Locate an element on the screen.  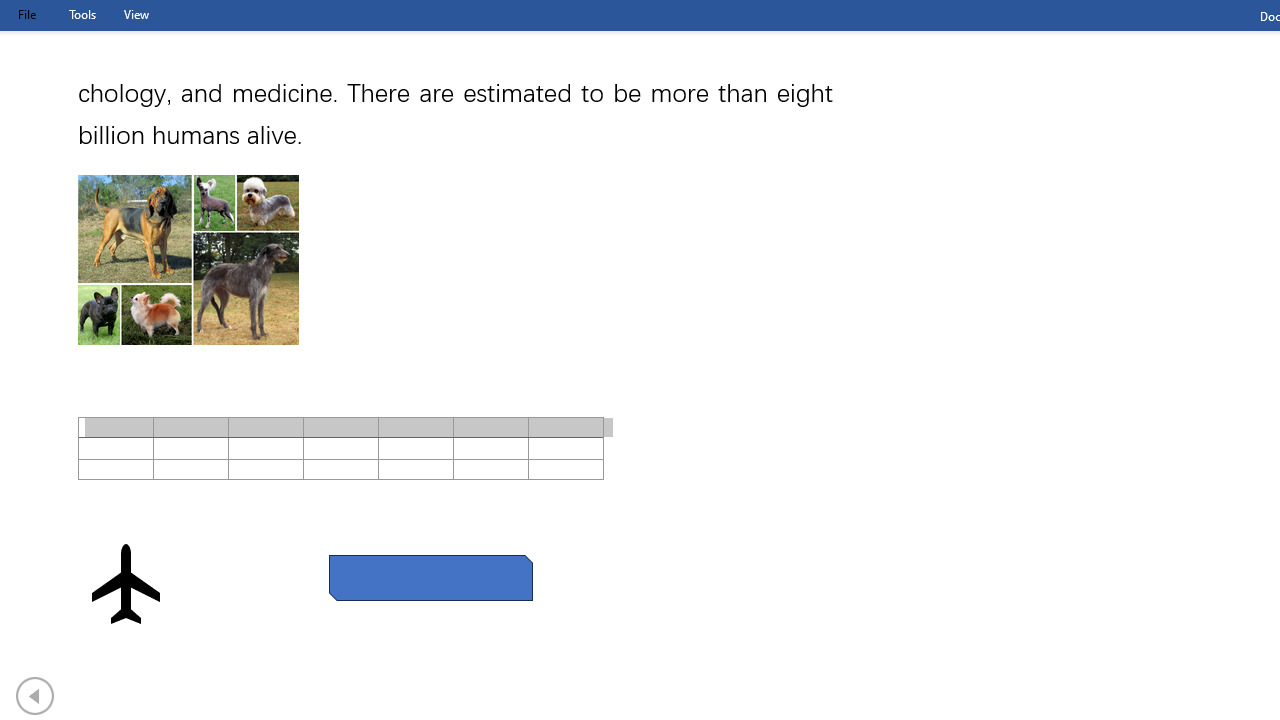
'Morphological variation in six dogs' is located at coordinates (188, 258).